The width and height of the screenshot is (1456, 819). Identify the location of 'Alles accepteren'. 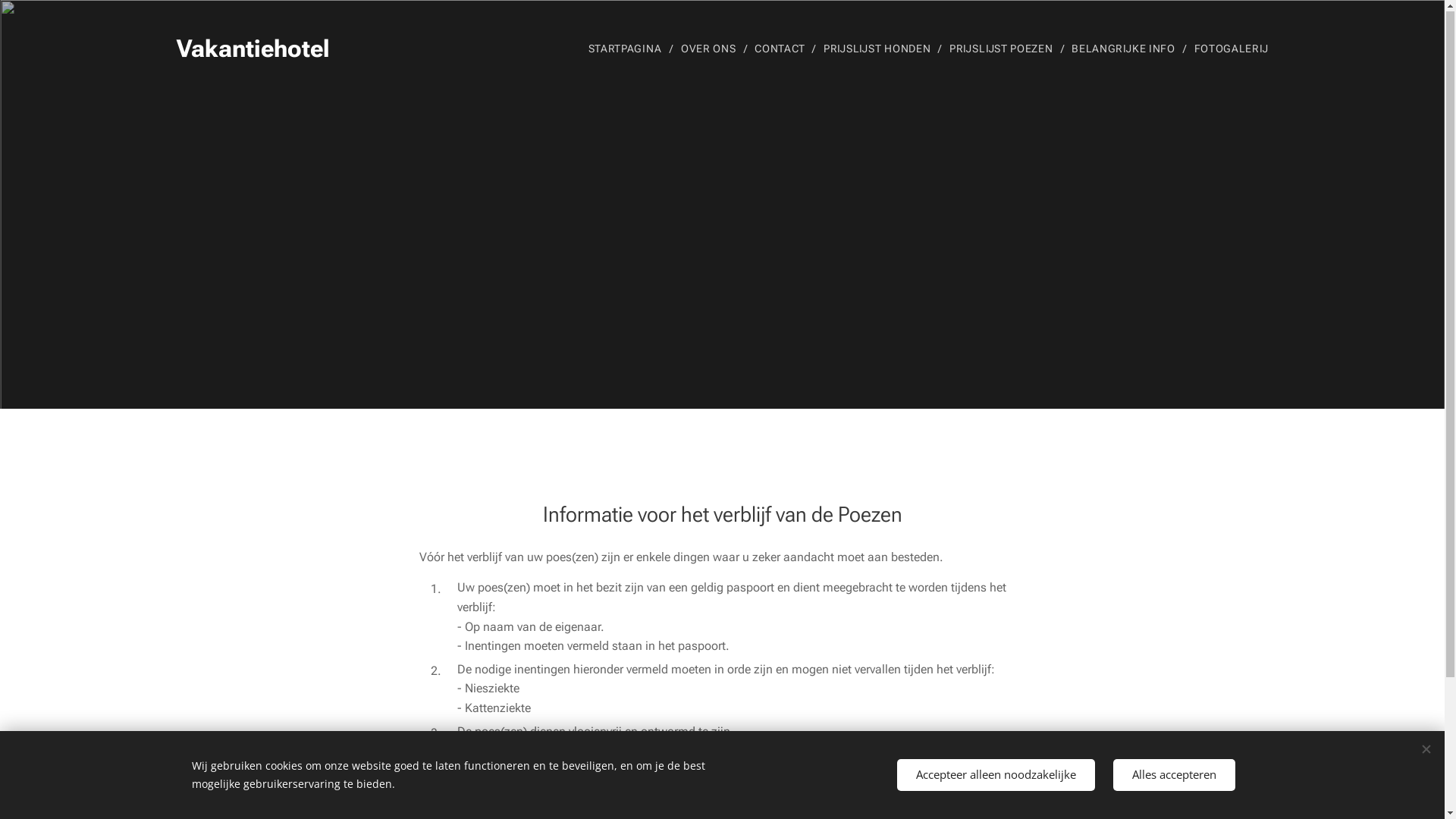
(1173, 775).